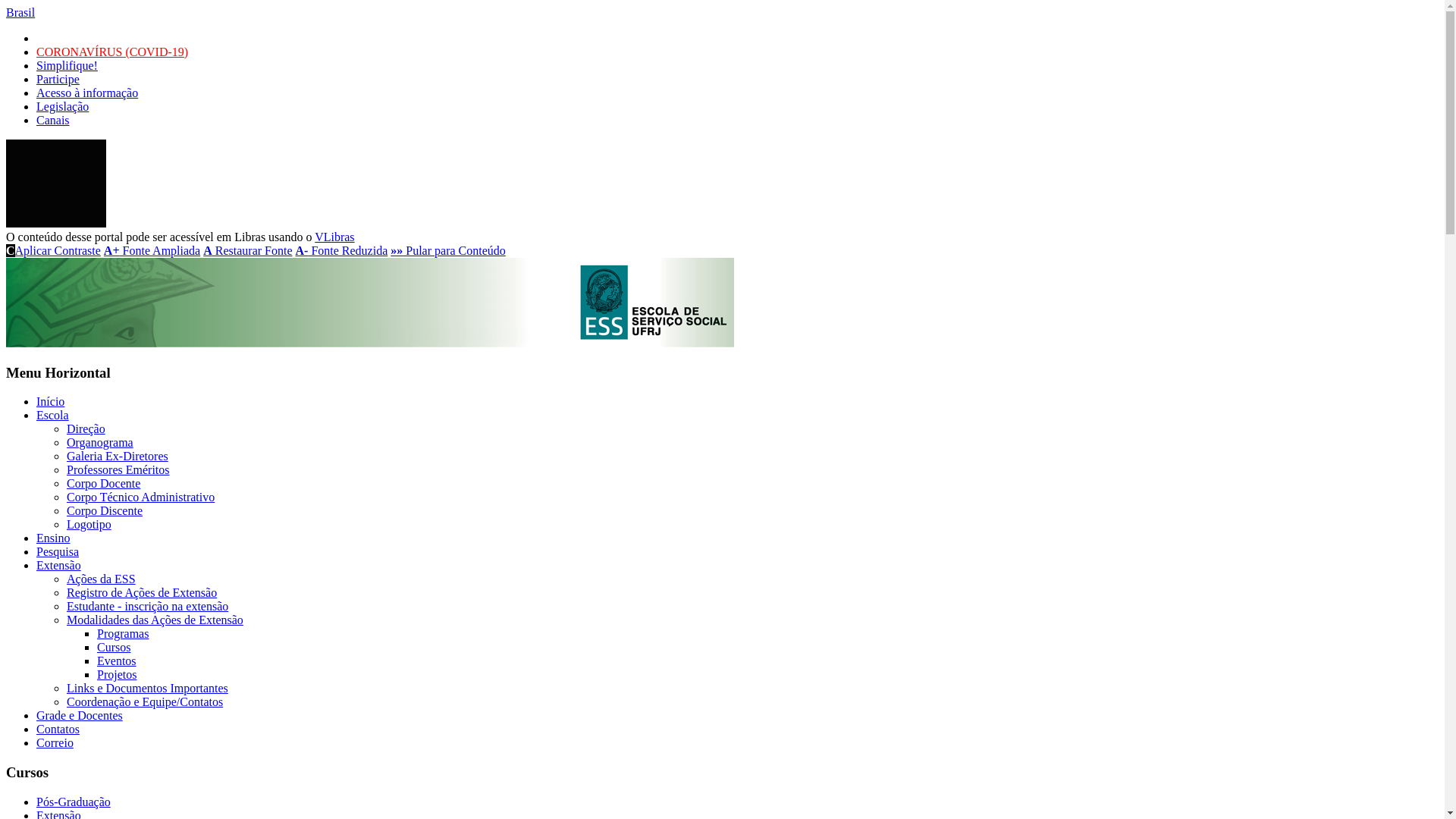 This screenshot has width=1456, height=819. Describe the element at coordinates (58, 551) in the screenshot. I see `'Pesquisa'` at that location.